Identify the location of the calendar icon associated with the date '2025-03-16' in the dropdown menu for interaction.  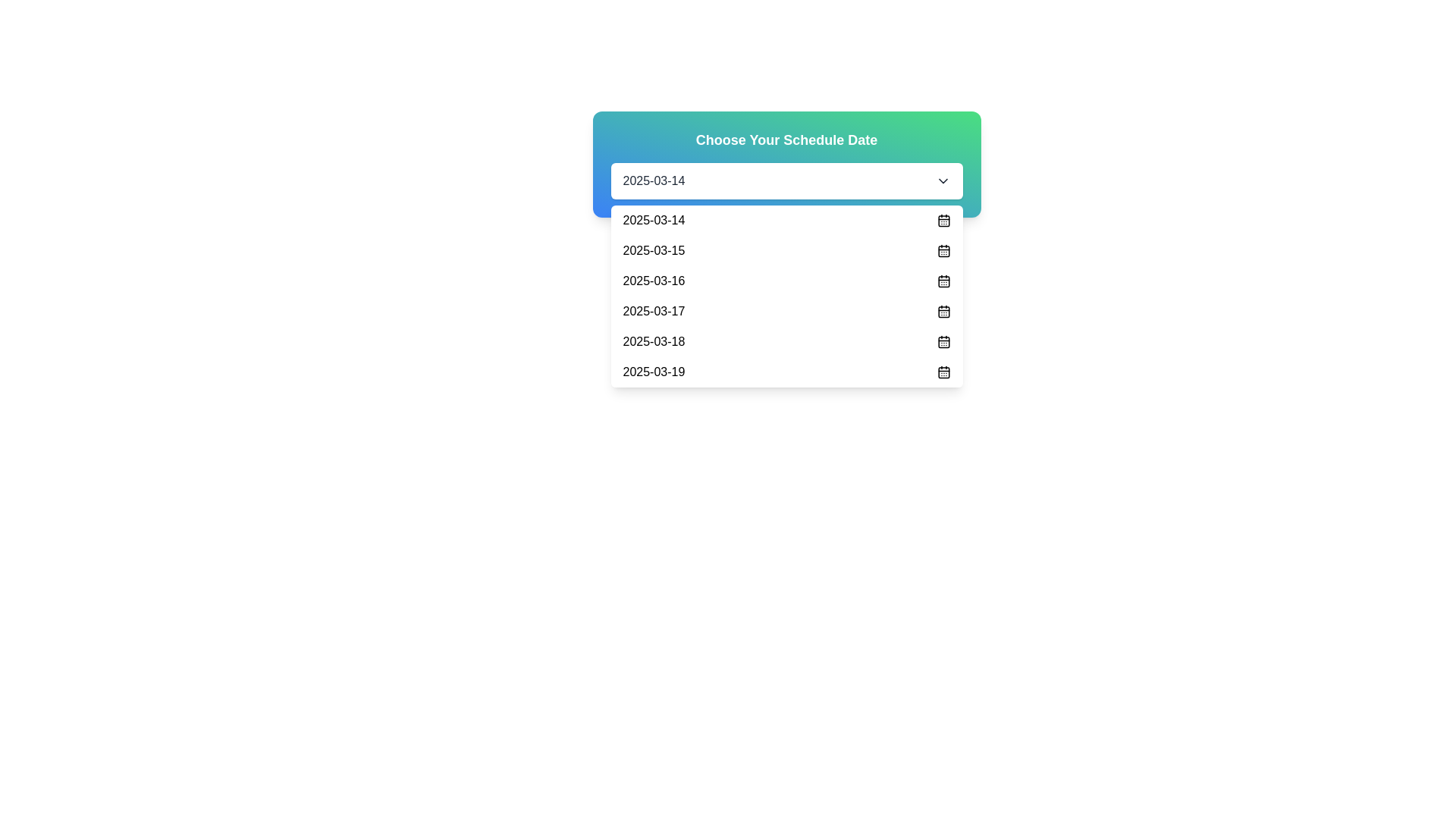
(943, 281).